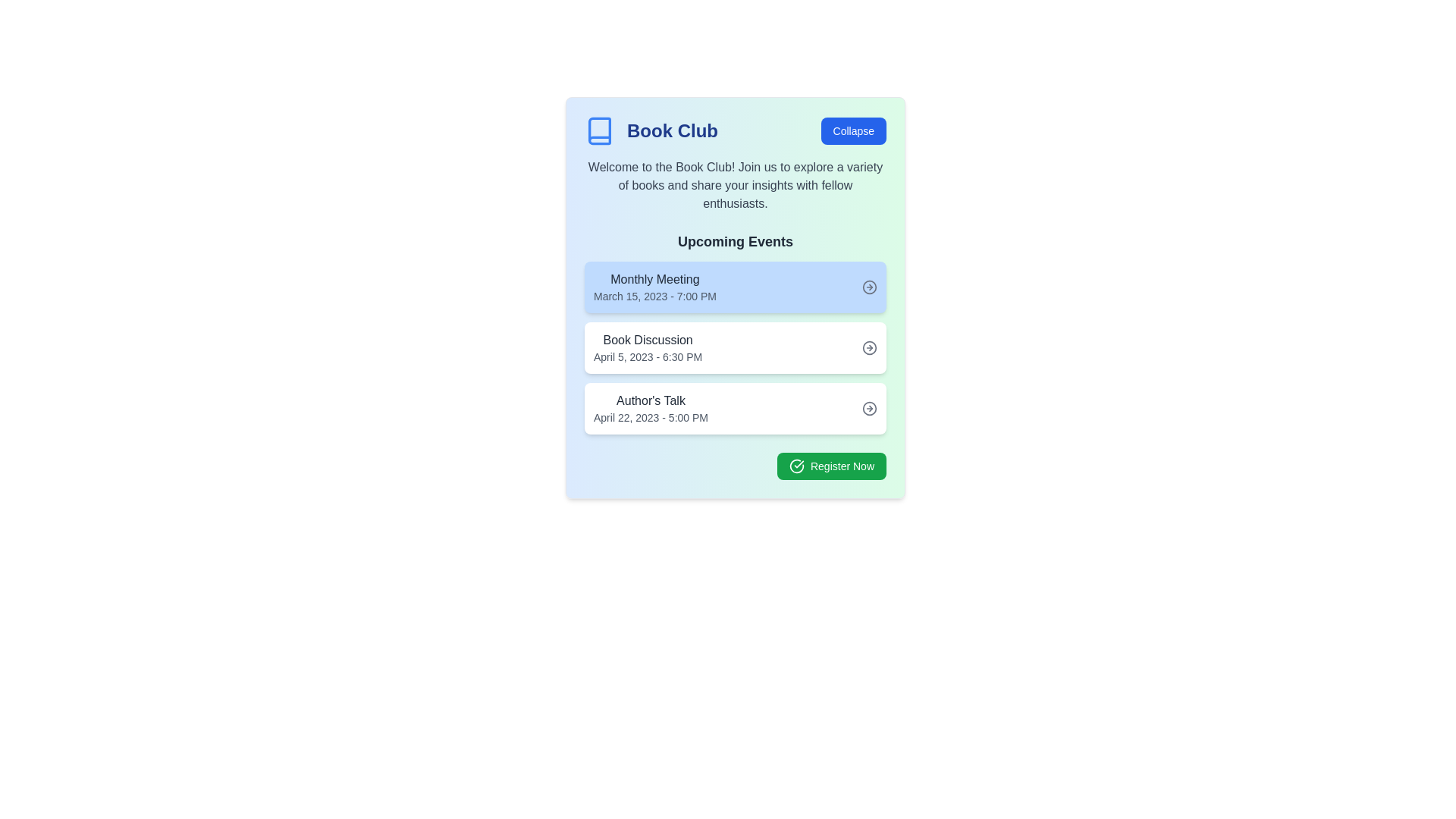 Image resolution: width=1456 pixels, height=819 pixels. What do you see at coordinates (870, 348) in the screenshot?
I see `the rightward-pointing arrow icon encased within a circular outline, which is styled in gray and located to the far right of the 'Book Discussion' text for navigation` at bounding box center [870, 348].